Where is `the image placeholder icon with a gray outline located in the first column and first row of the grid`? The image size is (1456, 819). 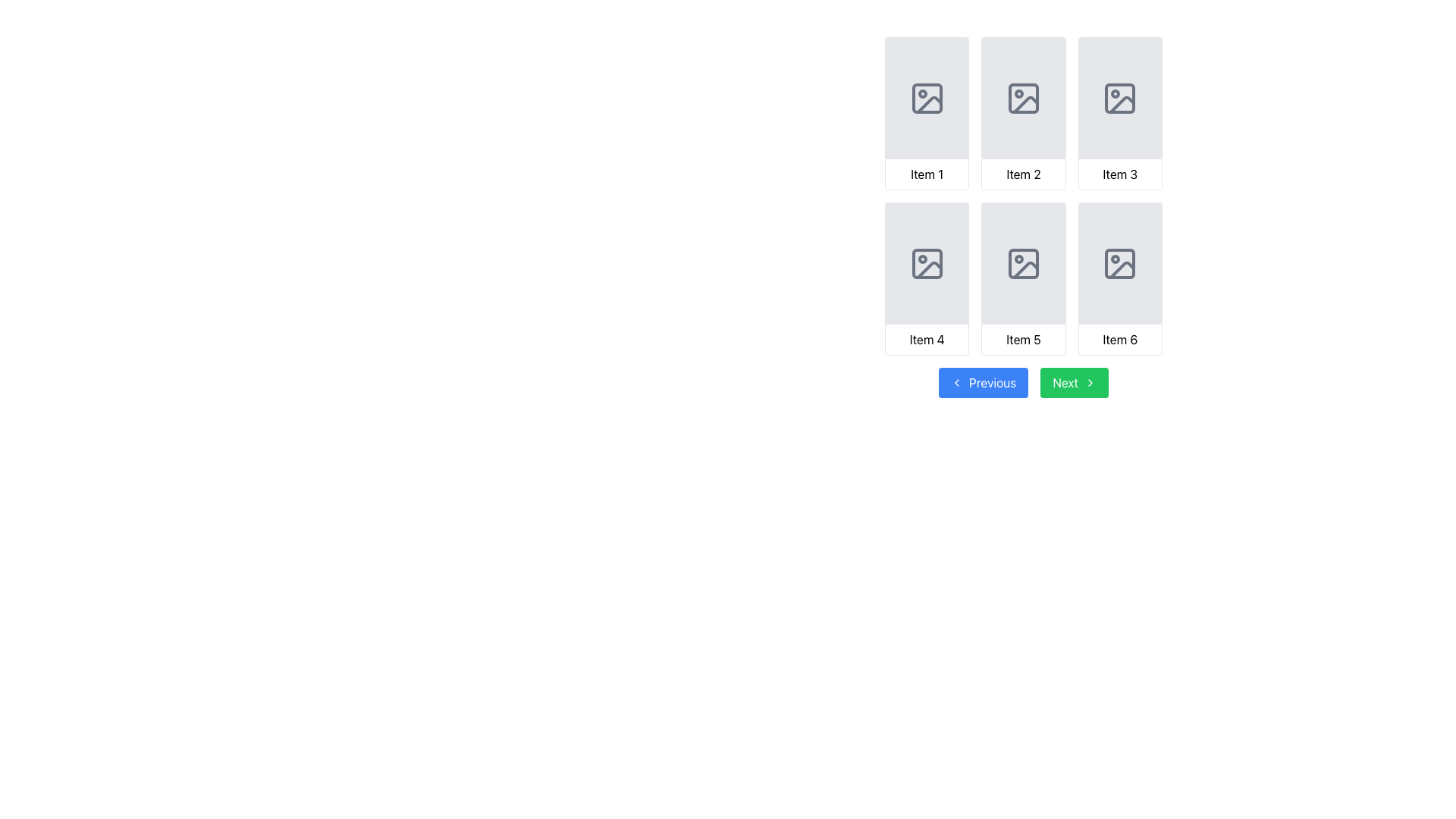
the image placeholder icon with a gray outline located in the first column and first row of the grid is located at coordinates (926, 99).